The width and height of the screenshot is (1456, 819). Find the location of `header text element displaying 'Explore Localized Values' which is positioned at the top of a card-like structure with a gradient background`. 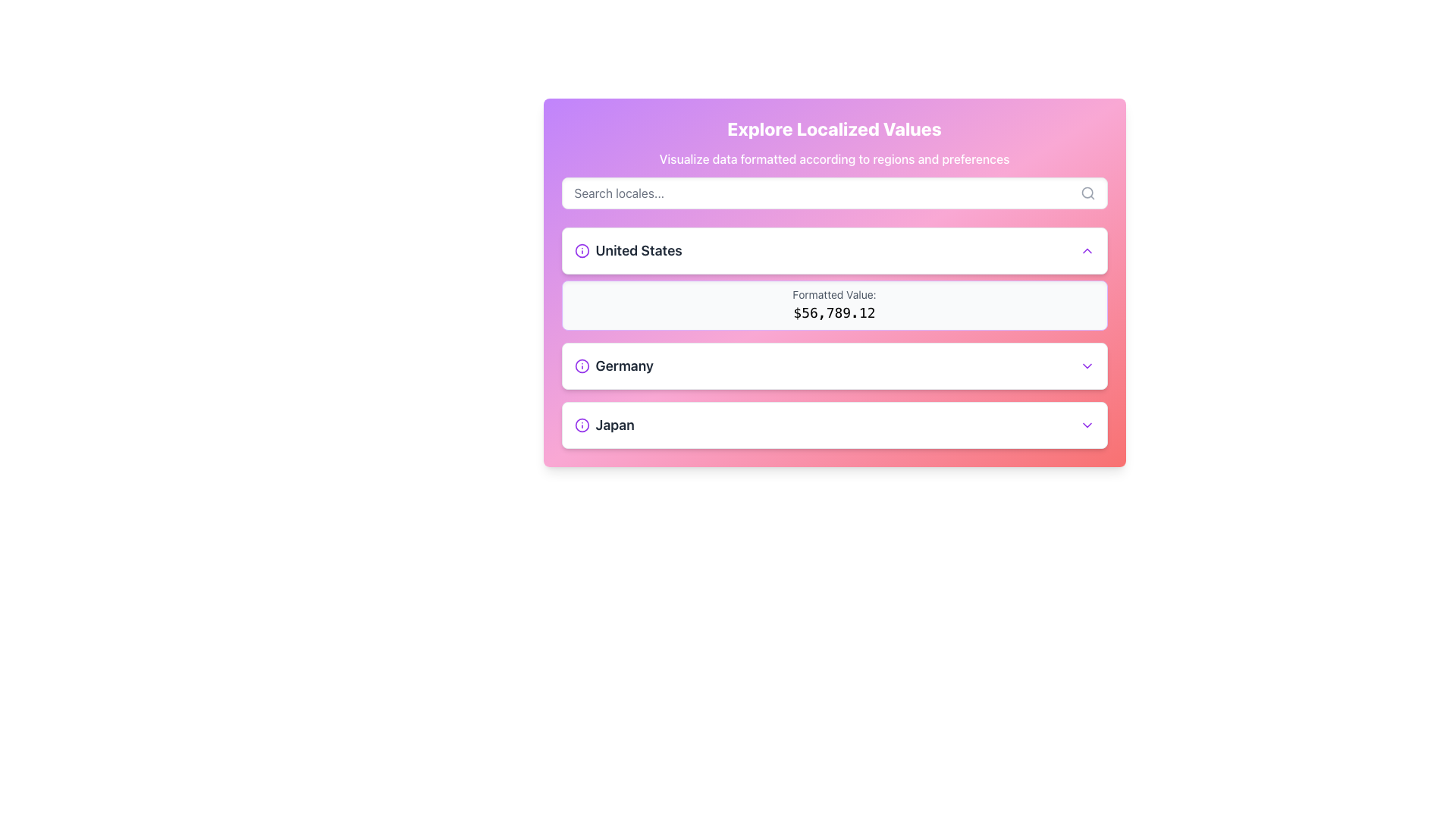

header text element displaying 'Explore Localized Values' which is positioned at the top of a card-like structure with a gradient background is located at coordinates (833, 127).